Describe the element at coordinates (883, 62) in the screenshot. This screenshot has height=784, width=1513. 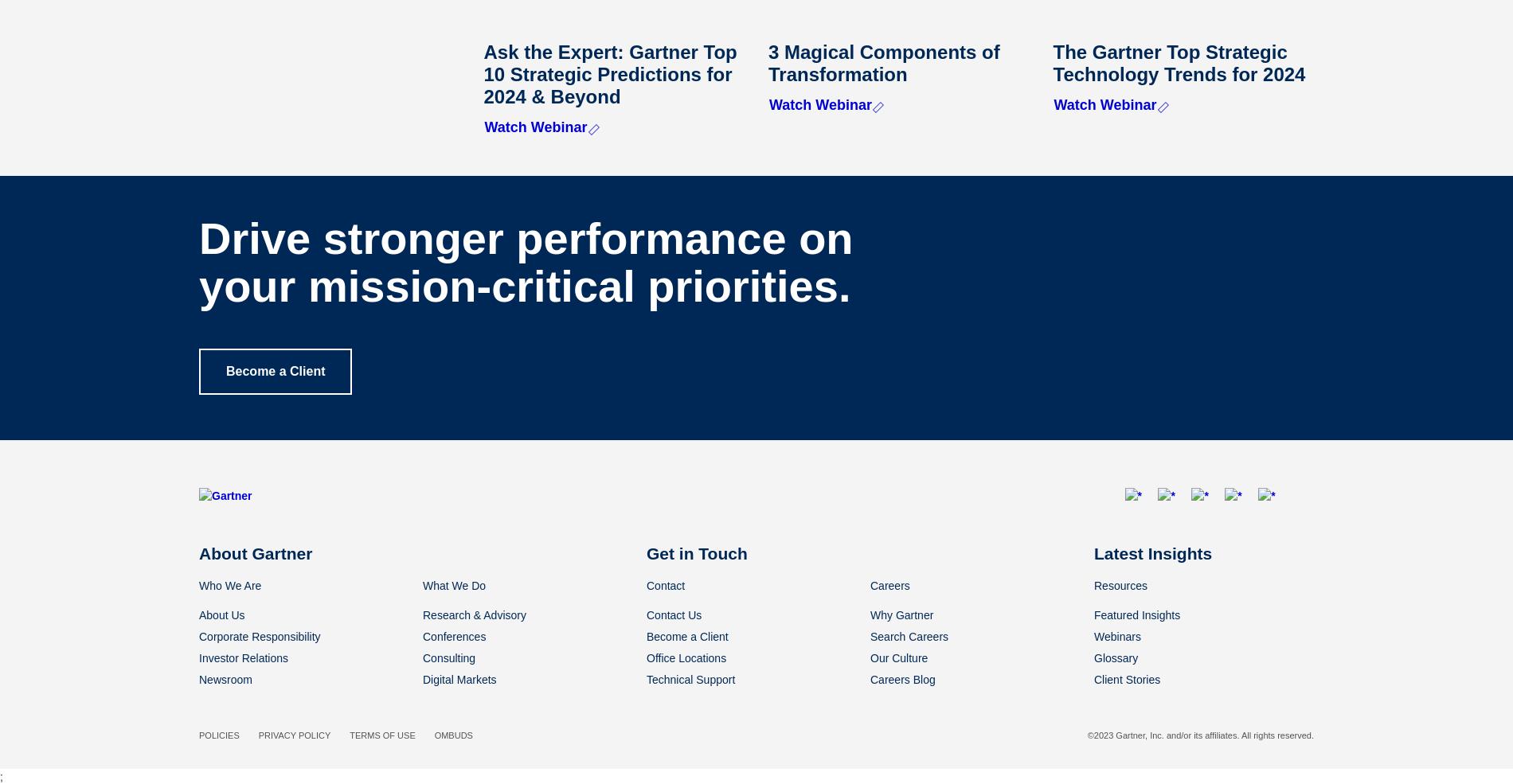
I see `'3 Magical Components of Transformation'` at that location.